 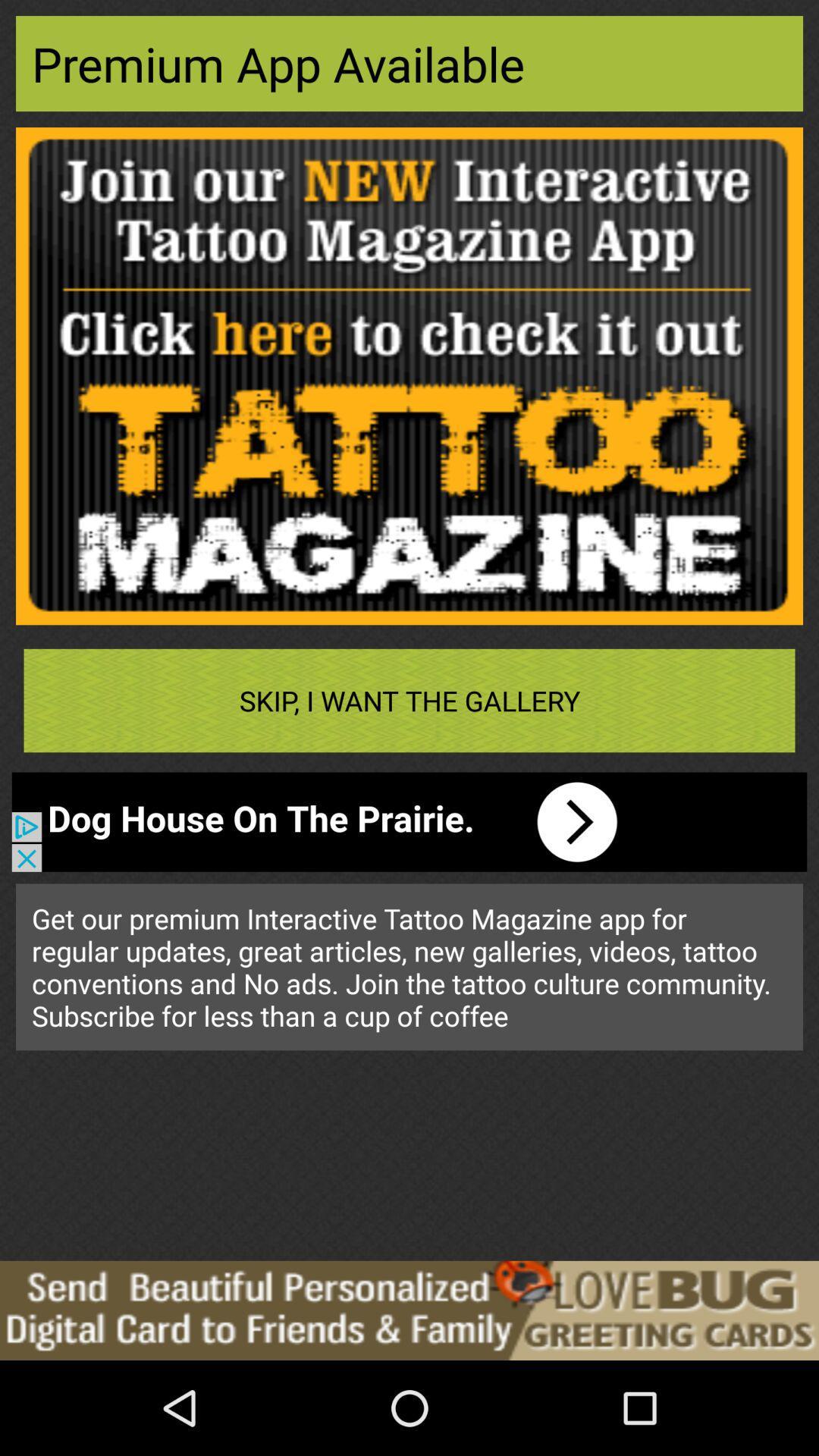 I want to click on advertisement bar, so click(x=409, y=1310).